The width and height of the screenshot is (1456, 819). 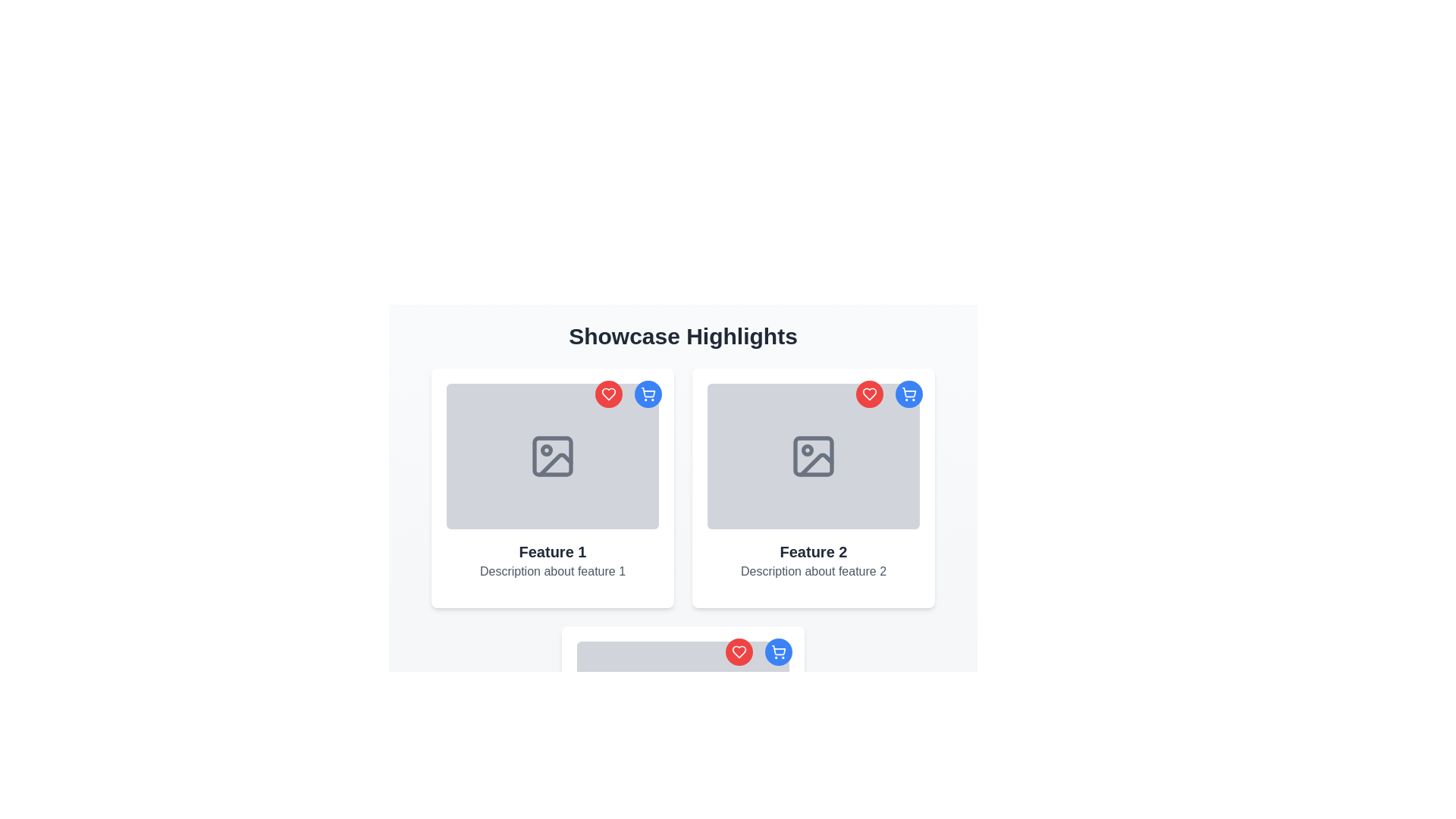 I want to click on the Image Placeholder located at the top of the box titled 'Feature 1', which serves as a display area for associated media content, so click(x=552, y=455).